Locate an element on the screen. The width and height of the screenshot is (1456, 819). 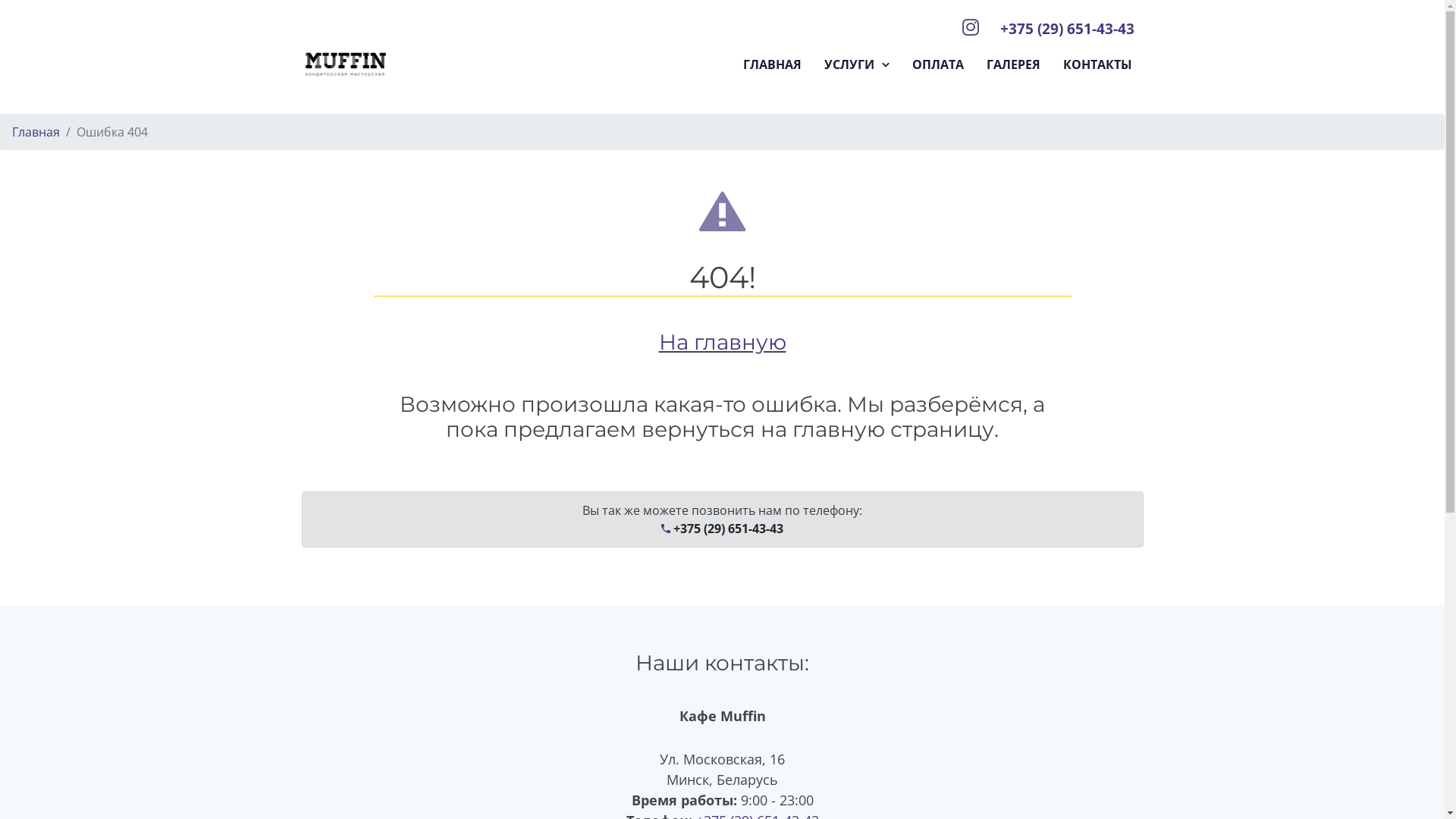
'+375 (29) 651-43-43' is located at coordinates (721, 528).